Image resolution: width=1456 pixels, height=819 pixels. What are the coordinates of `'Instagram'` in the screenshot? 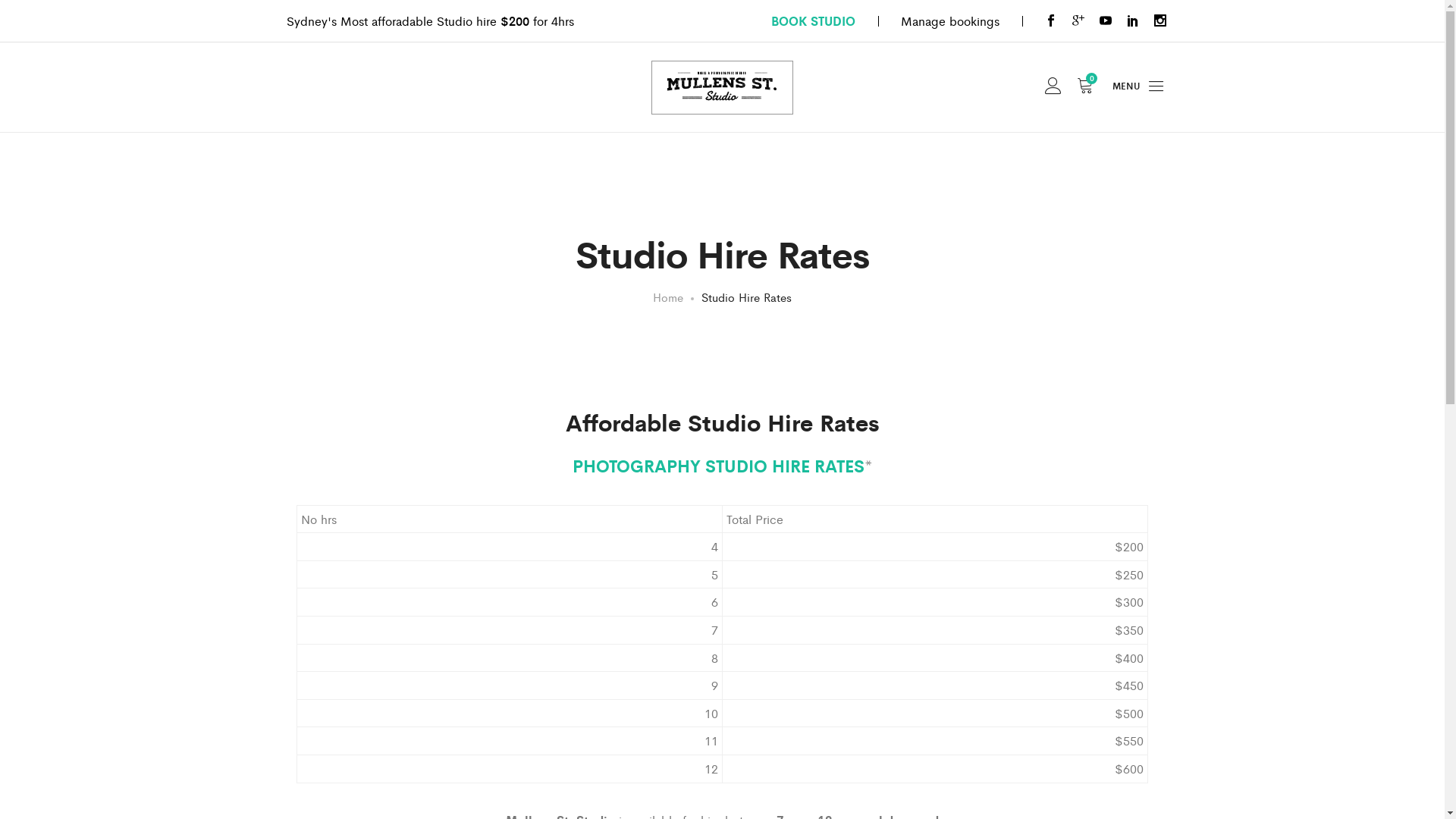 It's located at (1159, 20).